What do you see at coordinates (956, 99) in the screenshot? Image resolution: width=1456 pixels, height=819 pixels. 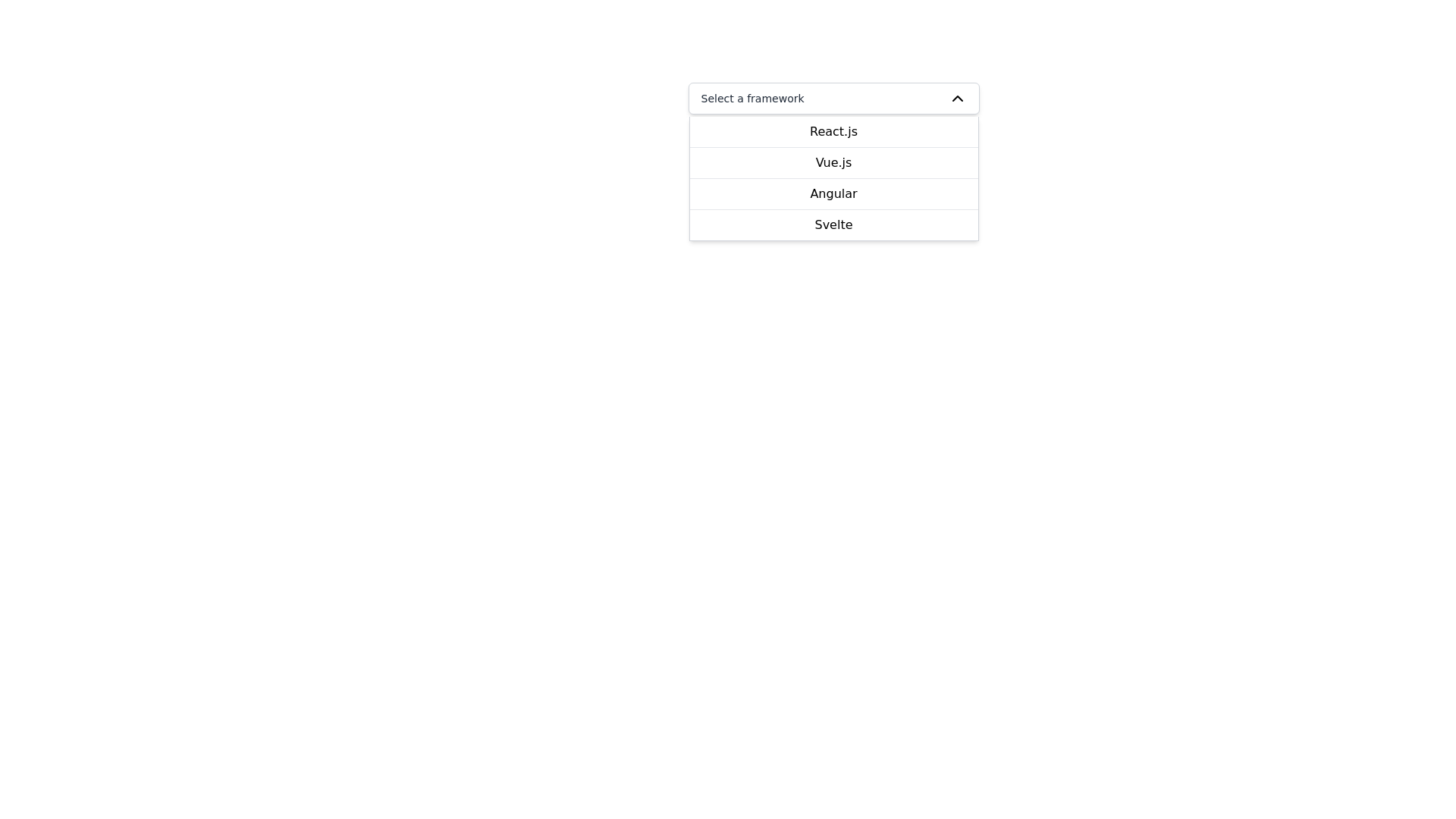 I see `the upward-pointing chevron icon button located on the right side of the 'Select a framework' dropdown menu` at bounding box center [956, 99].